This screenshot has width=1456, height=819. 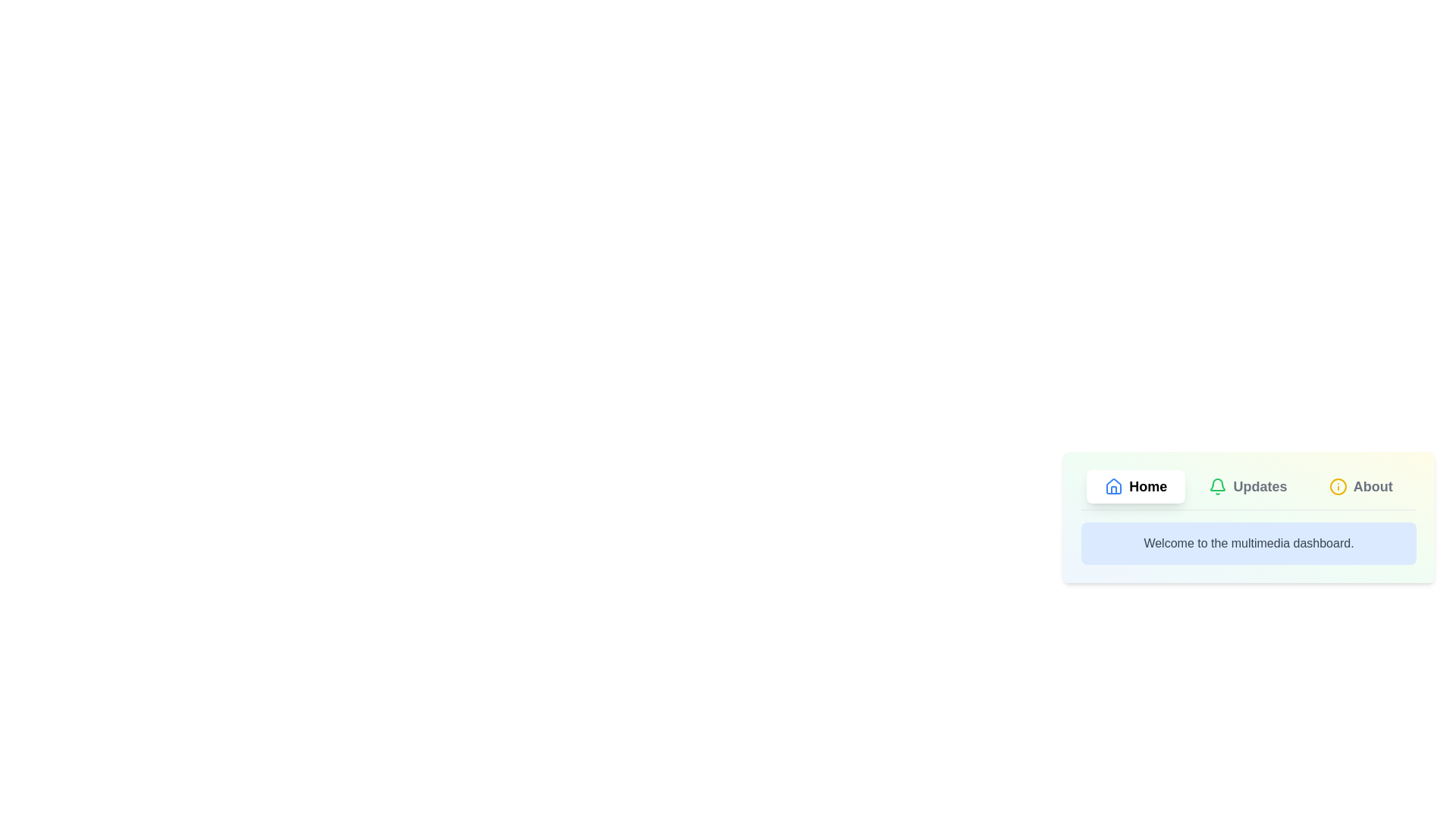 What do you see at coordinates (1360, 486) in the screenshot?
I see `the About tab by clicking on it` at bounding box center [1360, 486].